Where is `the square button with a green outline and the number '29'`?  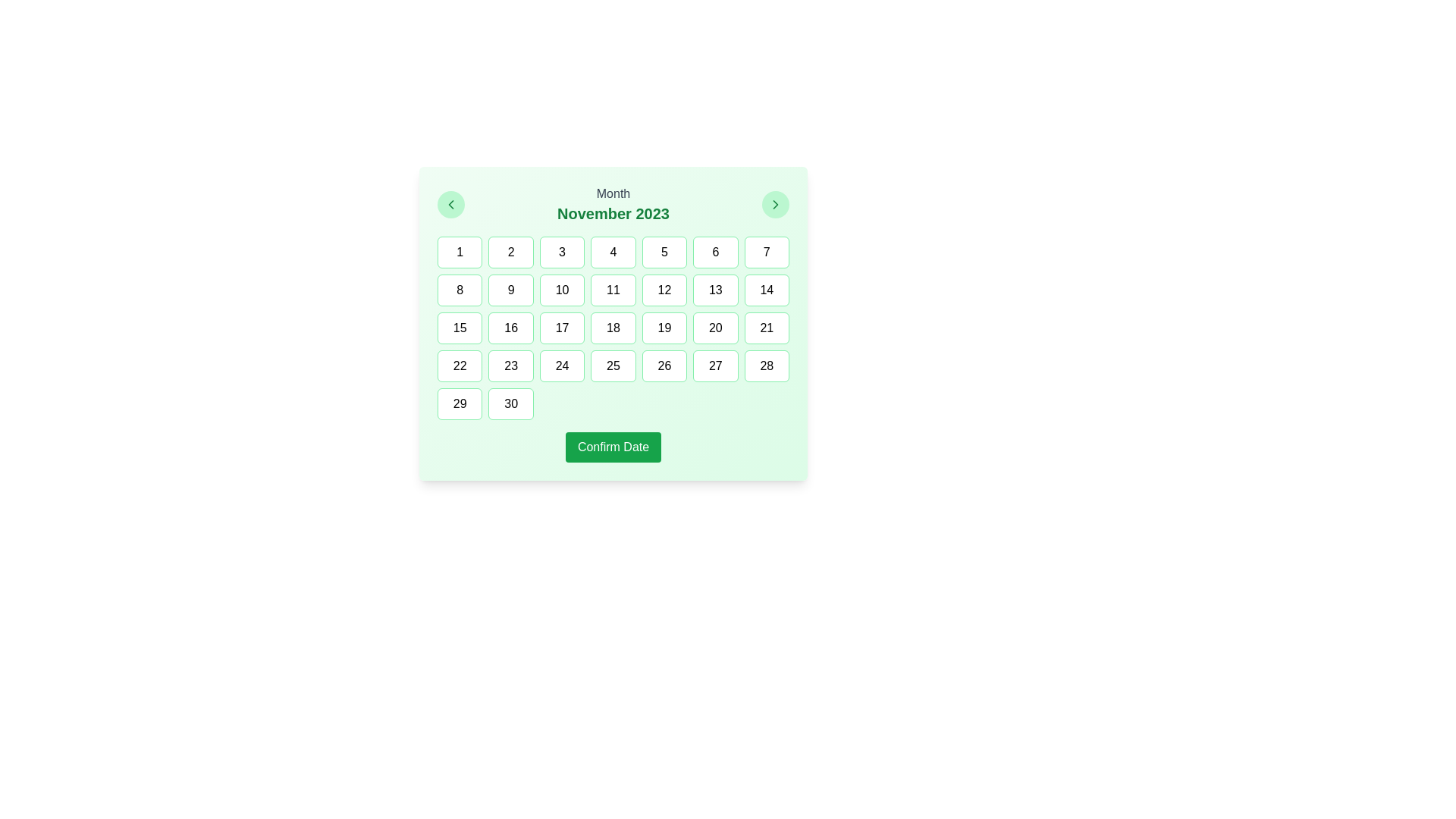
the square button with a green outline and the number '29' is located at coordinates (459, 403).